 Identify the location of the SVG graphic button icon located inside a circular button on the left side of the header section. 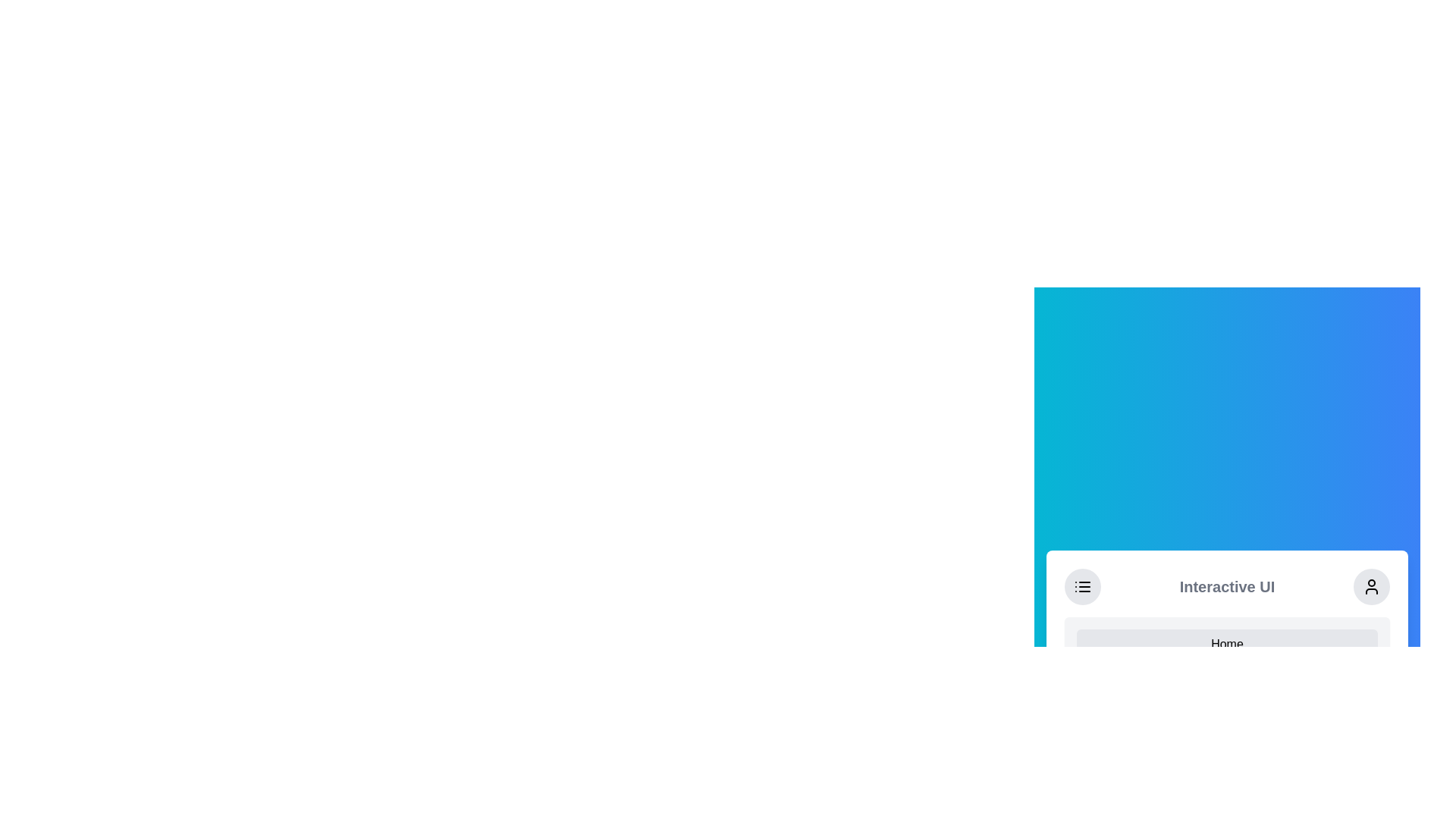
(1082, 586).